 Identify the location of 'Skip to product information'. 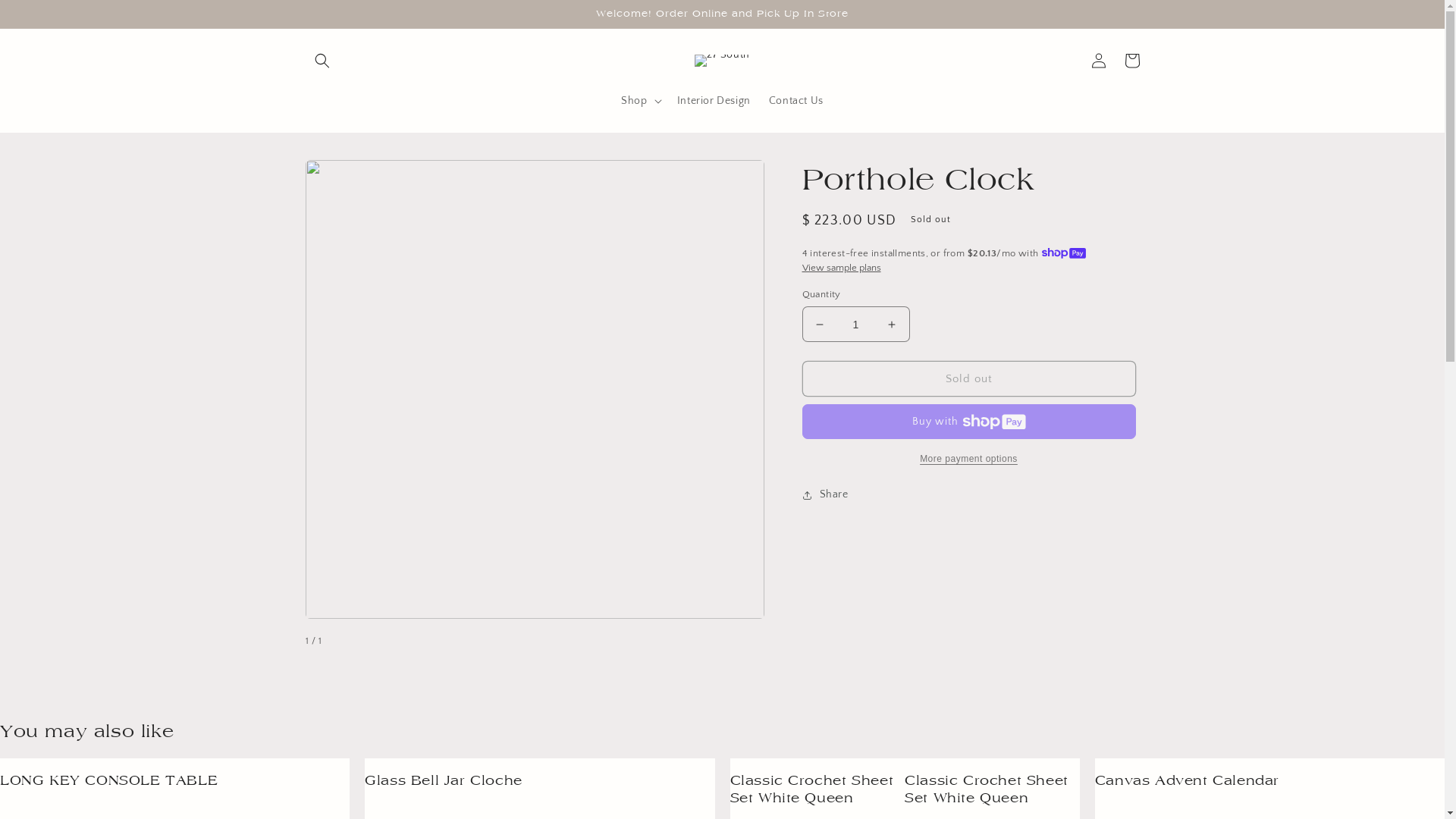
(350, 176).